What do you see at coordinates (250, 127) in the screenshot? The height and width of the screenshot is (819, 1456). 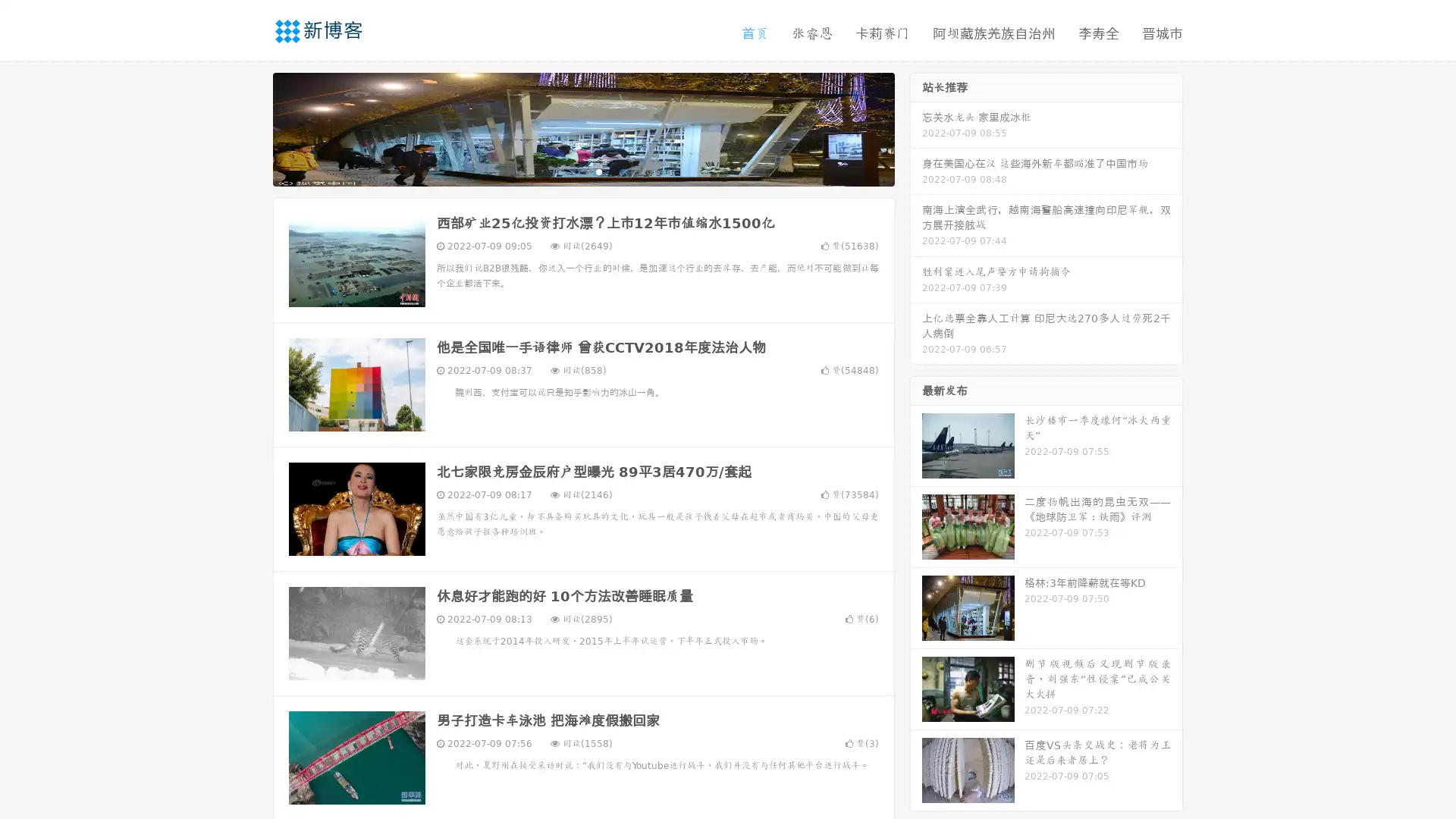 I see `Previous slide` at bounding box center [250, 127].